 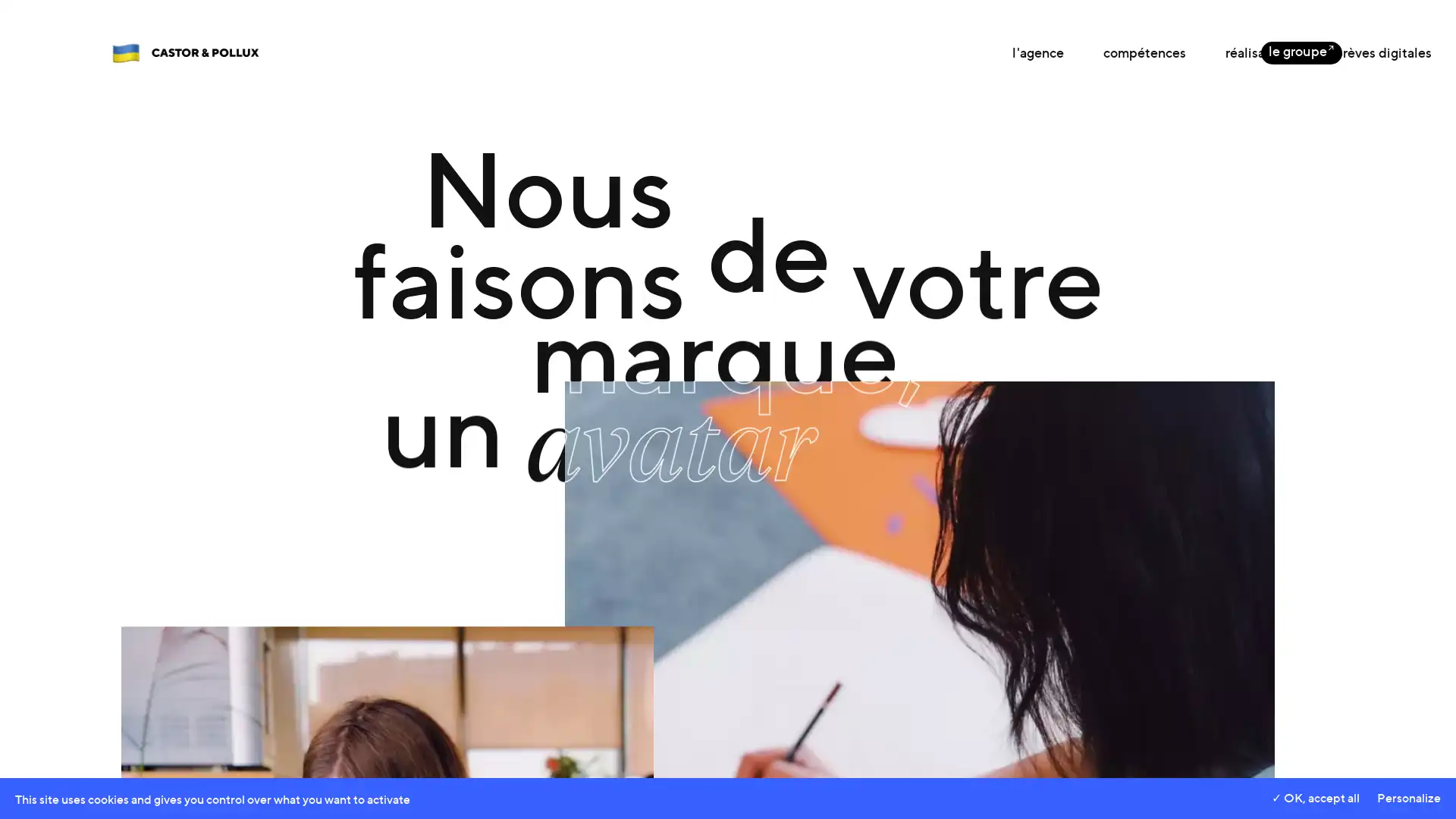 What do you see at coordinates (1314, 795) in the screenshot?
I see `OK, accept all` at bounding box center [1314, 795].